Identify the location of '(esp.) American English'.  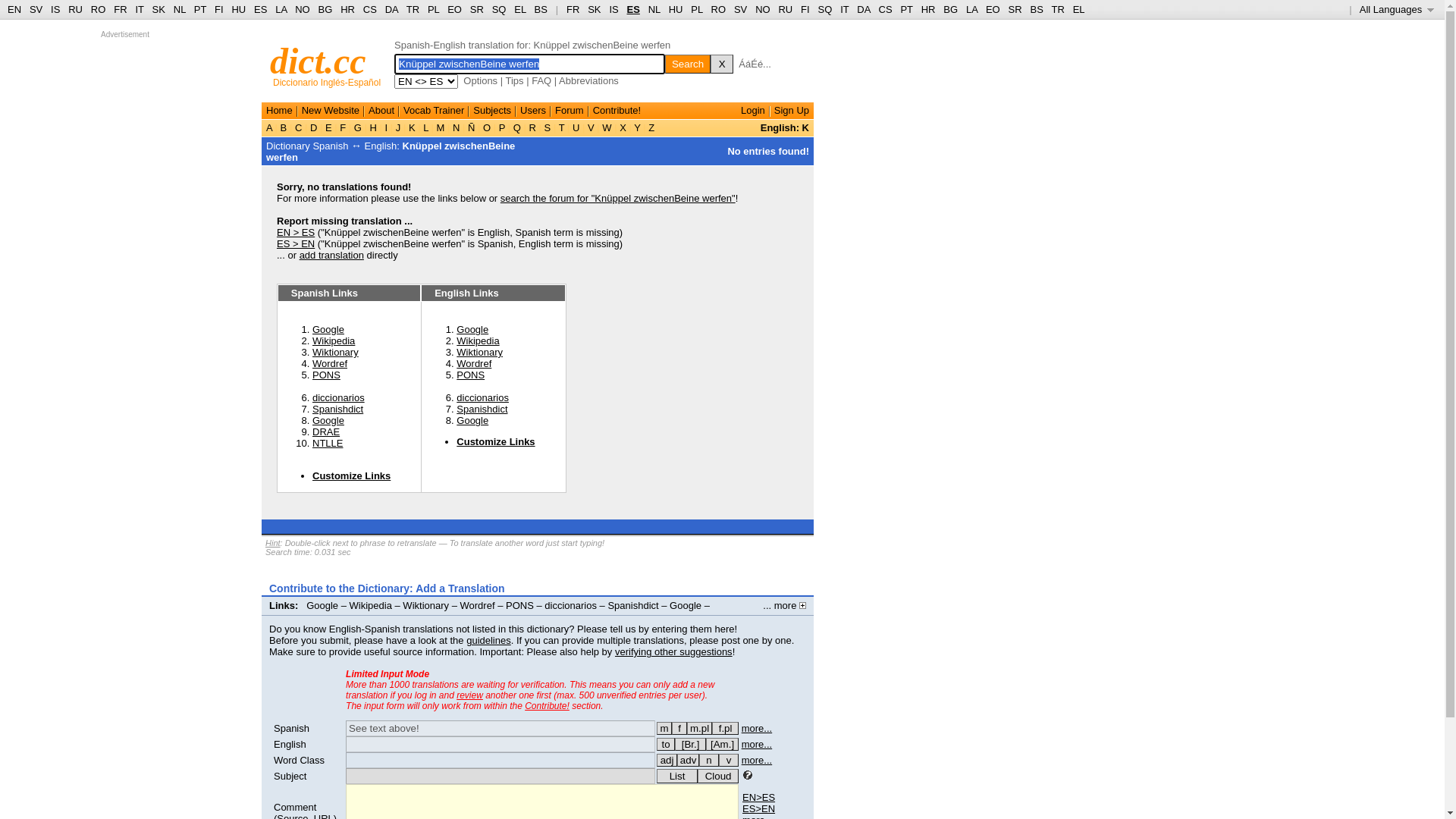
(721, 743).